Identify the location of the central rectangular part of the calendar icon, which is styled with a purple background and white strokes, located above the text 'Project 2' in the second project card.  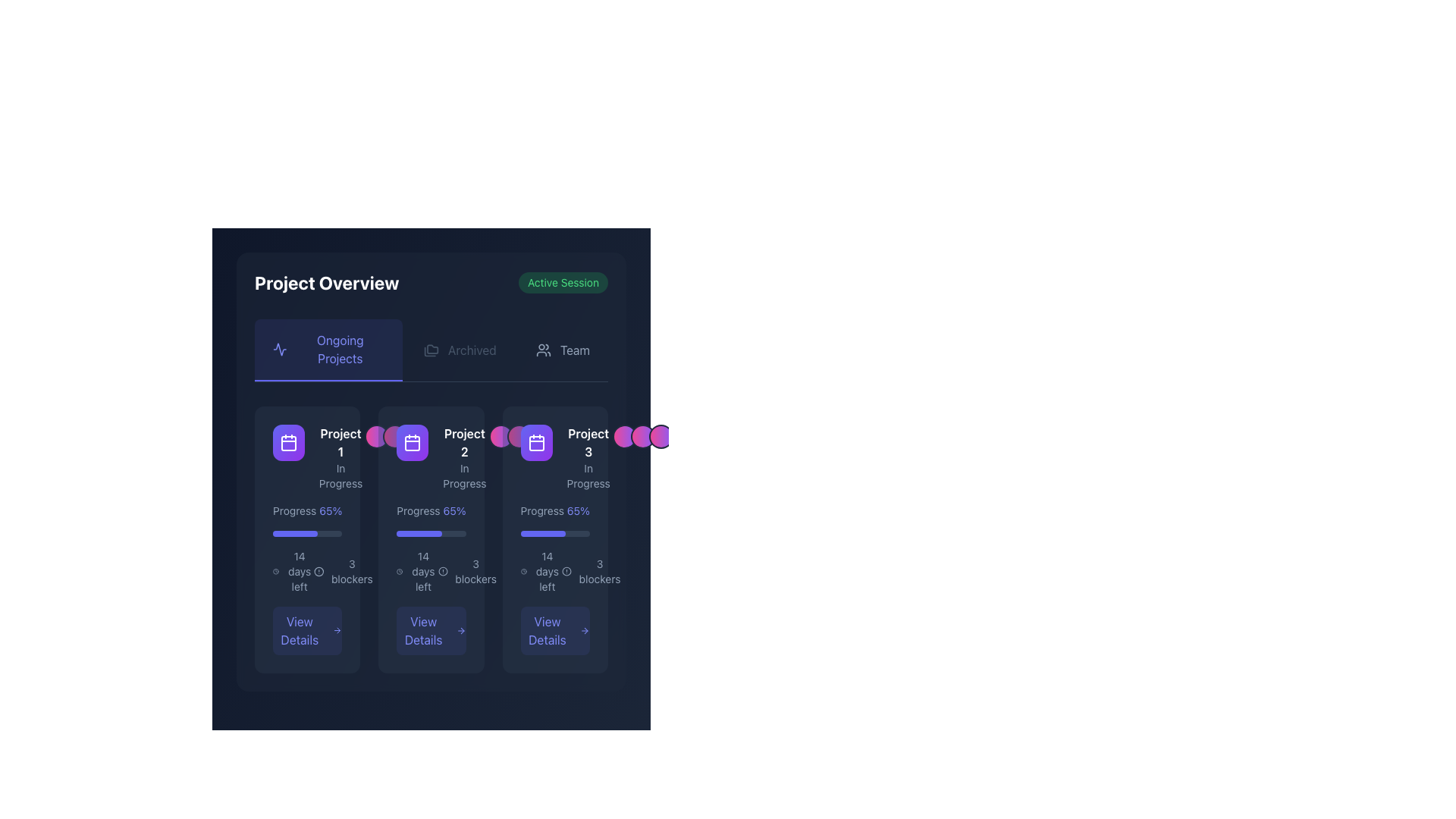
(413, 444).